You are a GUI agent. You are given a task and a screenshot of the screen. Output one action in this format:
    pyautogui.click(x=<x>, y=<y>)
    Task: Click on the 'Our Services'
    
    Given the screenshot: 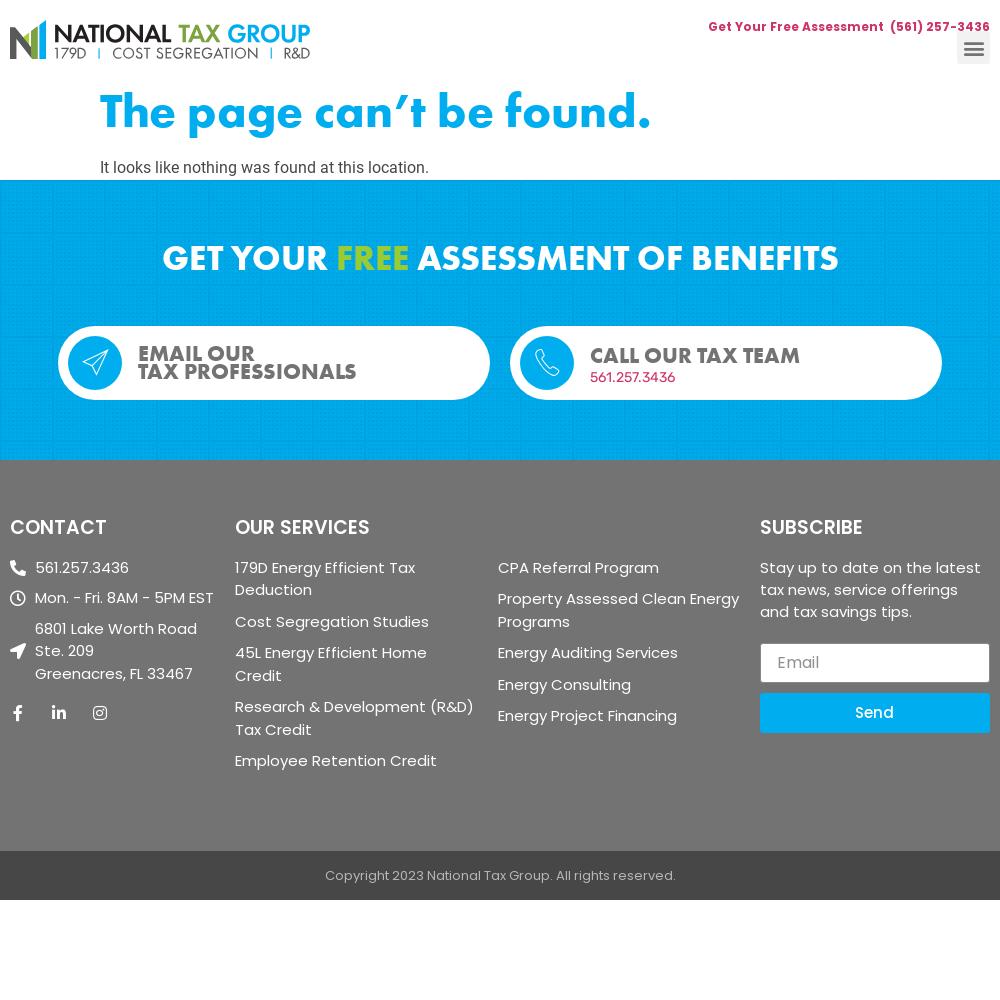 What is the action you would take?
    pyautogui.click(x=234, y=526)
    